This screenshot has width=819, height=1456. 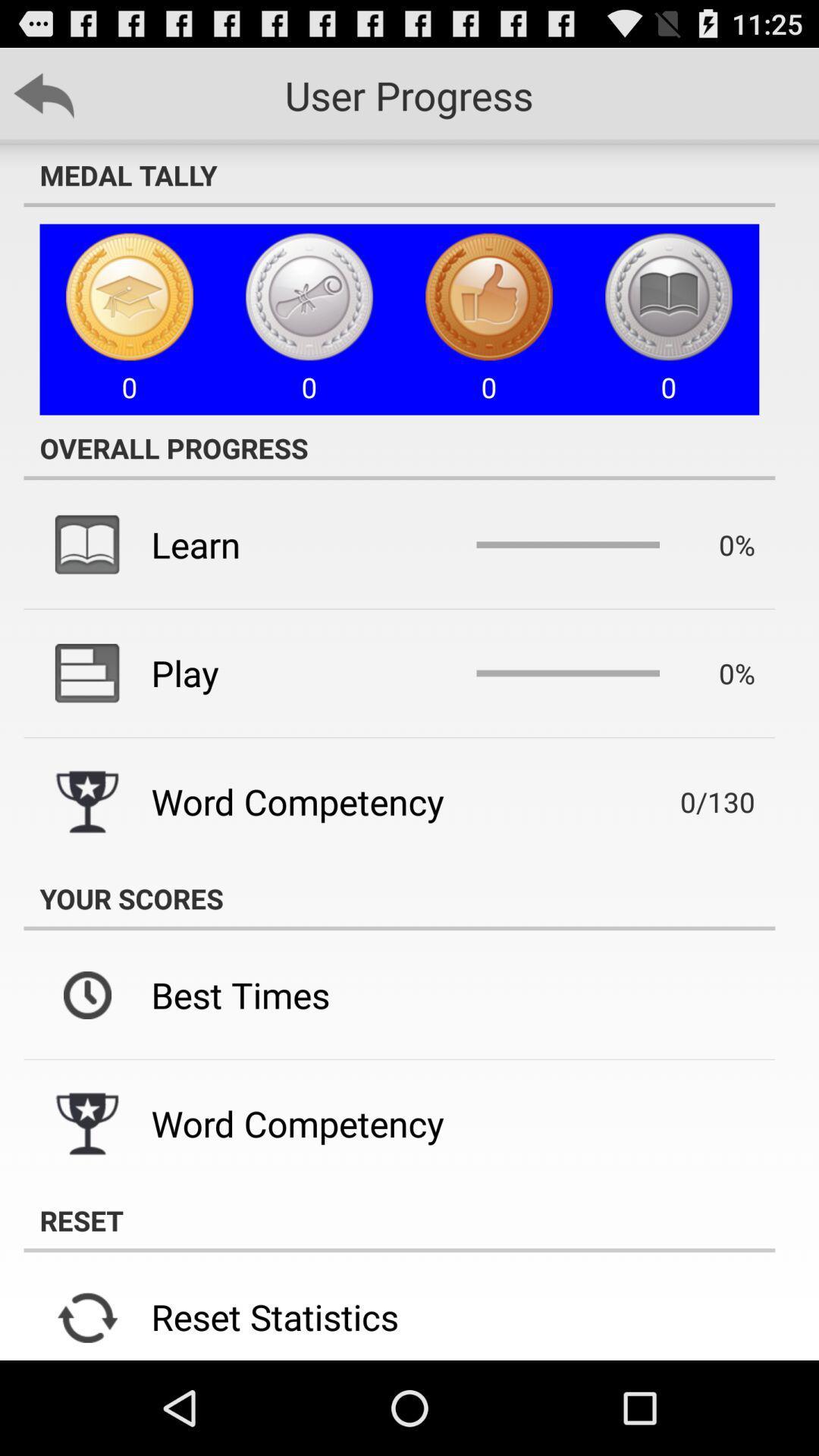 I want to click on item below the overall progress icon, so click(x=195, y=544).